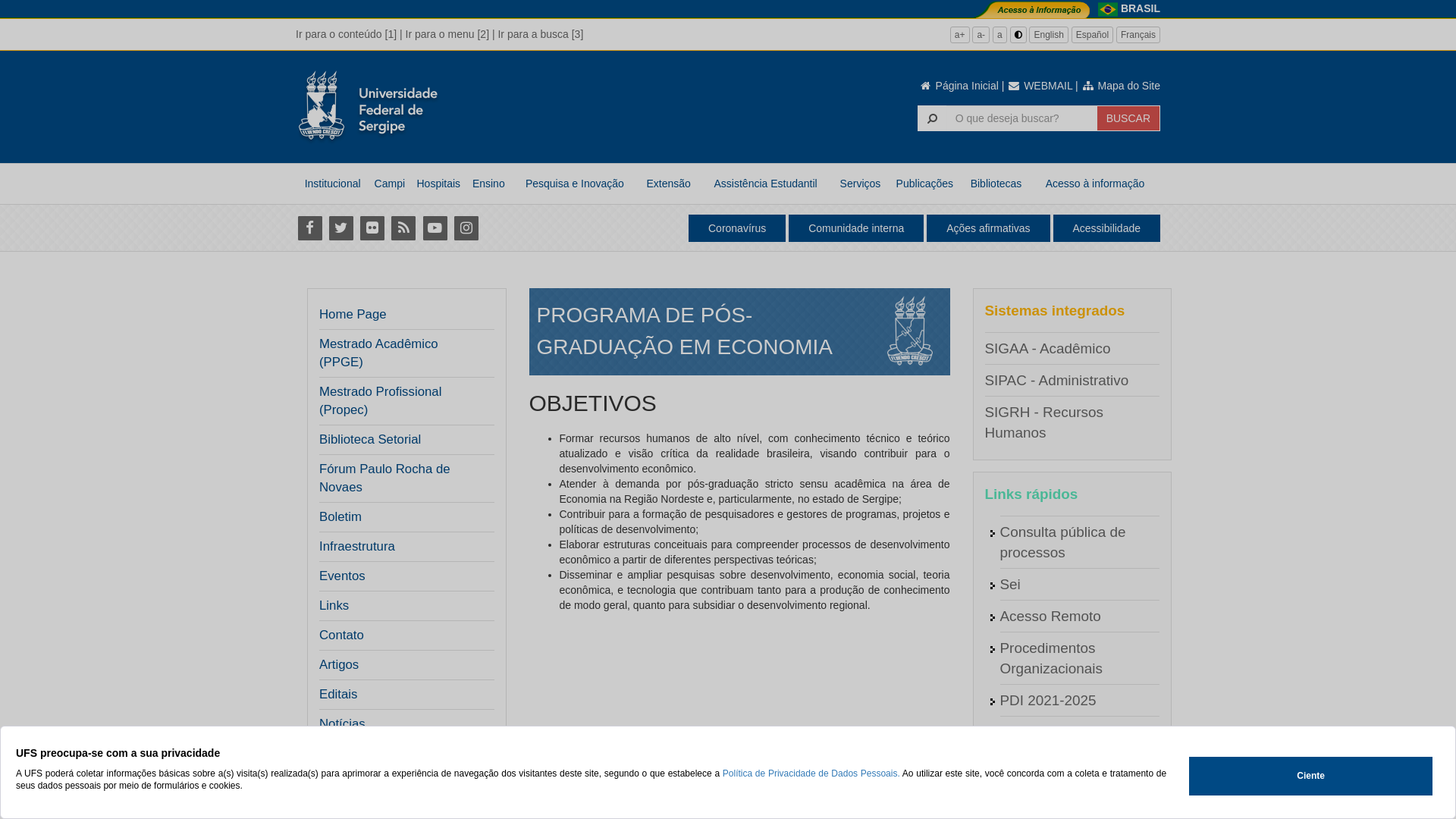 This screenshot has height=819, width=1456. Describe the element at coordinates (402, 400) in the screenshot. I see `'Mestrado Profissional (Propec)'` at that location.